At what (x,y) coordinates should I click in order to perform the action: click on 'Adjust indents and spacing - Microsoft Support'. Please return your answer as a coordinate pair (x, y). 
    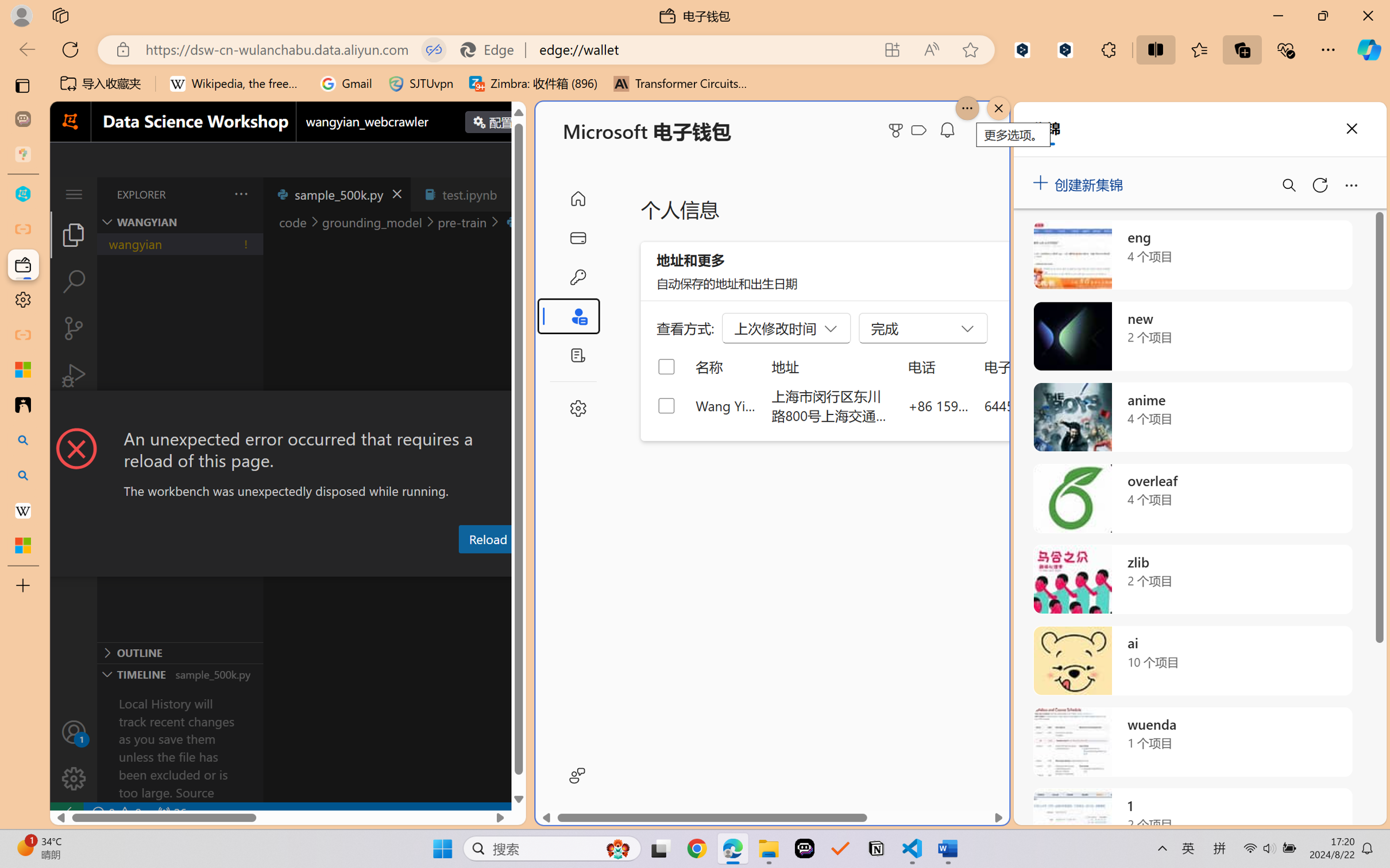
    Looking at the image, I should click on (22, 369).